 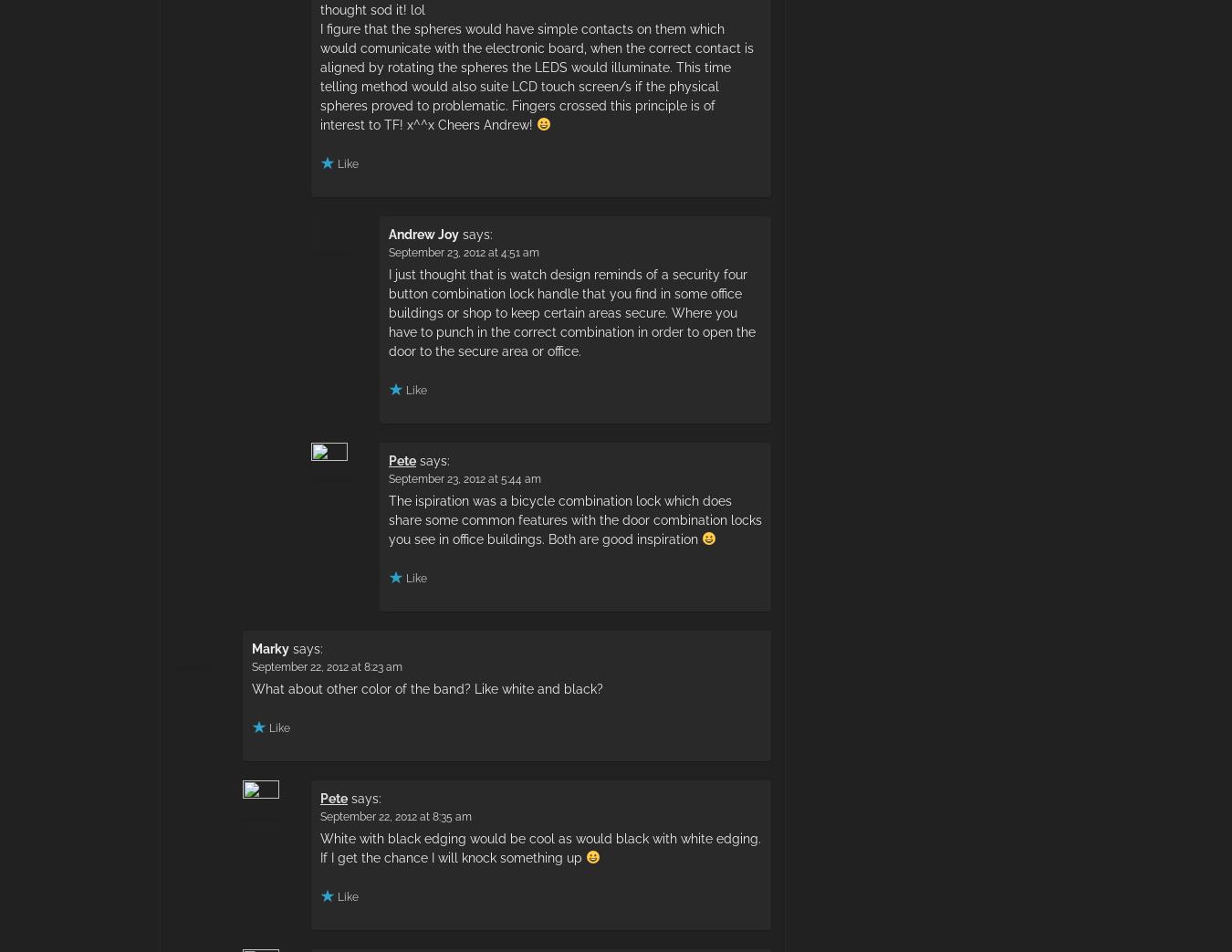 I want to click on 'September 23, 2012 at 5:44 am', so click(x=464, y=478).